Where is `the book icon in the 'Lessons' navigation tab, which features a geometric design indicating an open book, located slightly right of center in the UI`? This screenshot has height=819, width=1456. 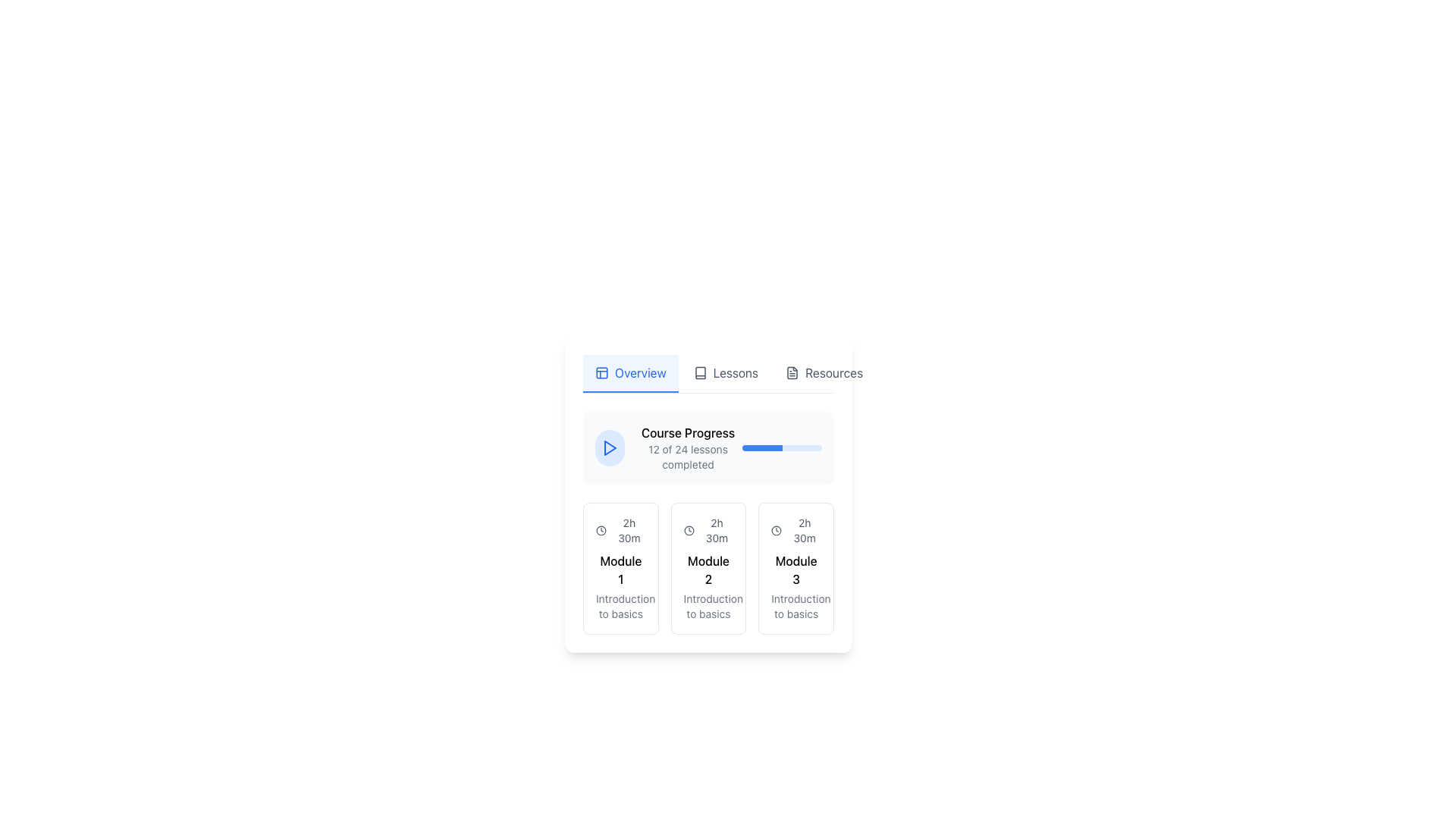
the book icon in the 'Lessons' navigation tab, which features a geometric design indicating an open book, located slightly right of center in the UI is located at coordinates (699, 373).